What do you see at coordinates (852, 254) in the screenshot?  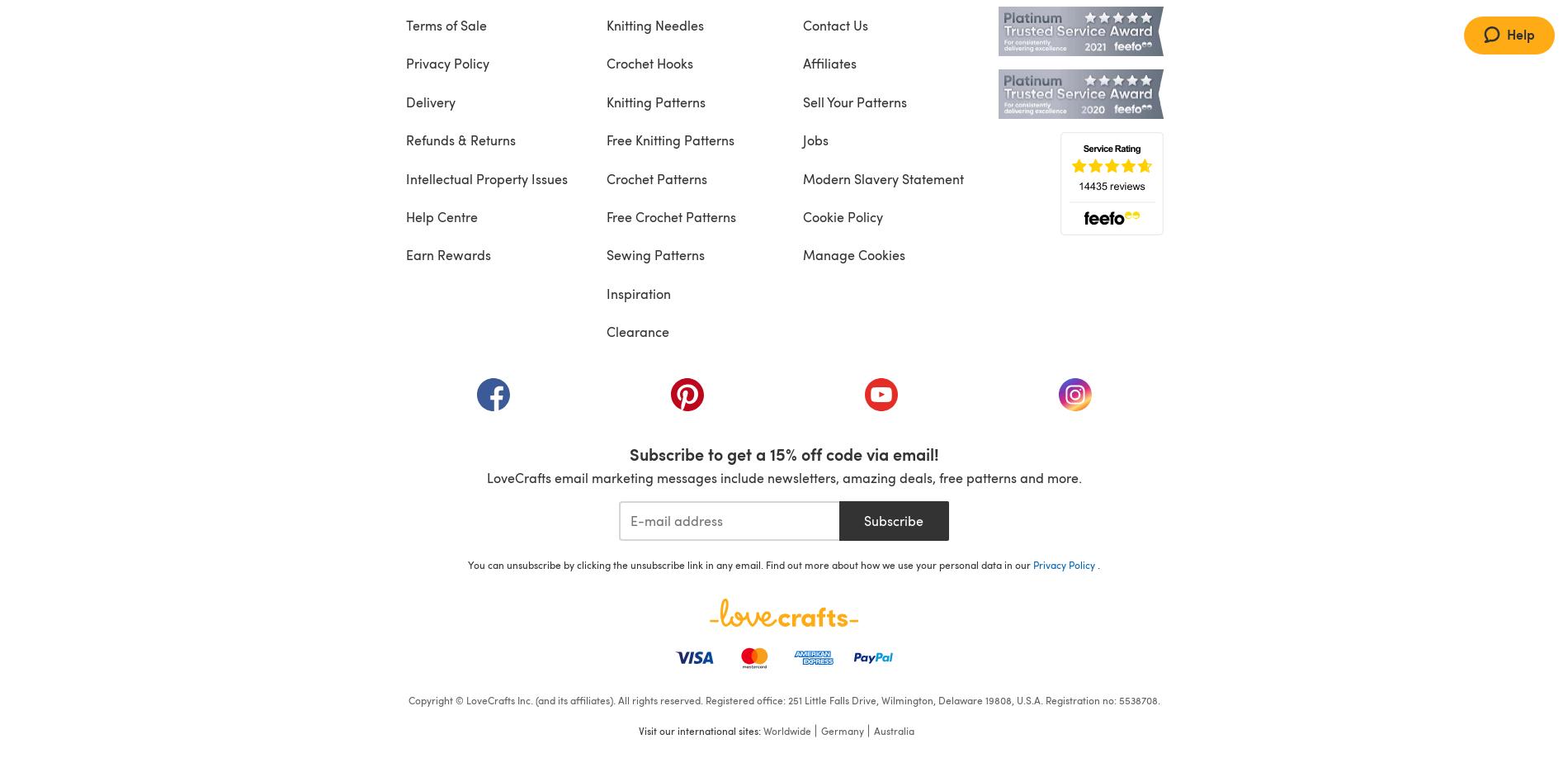 I see `'Manage Cookies'` at bounding box center [852, 254].